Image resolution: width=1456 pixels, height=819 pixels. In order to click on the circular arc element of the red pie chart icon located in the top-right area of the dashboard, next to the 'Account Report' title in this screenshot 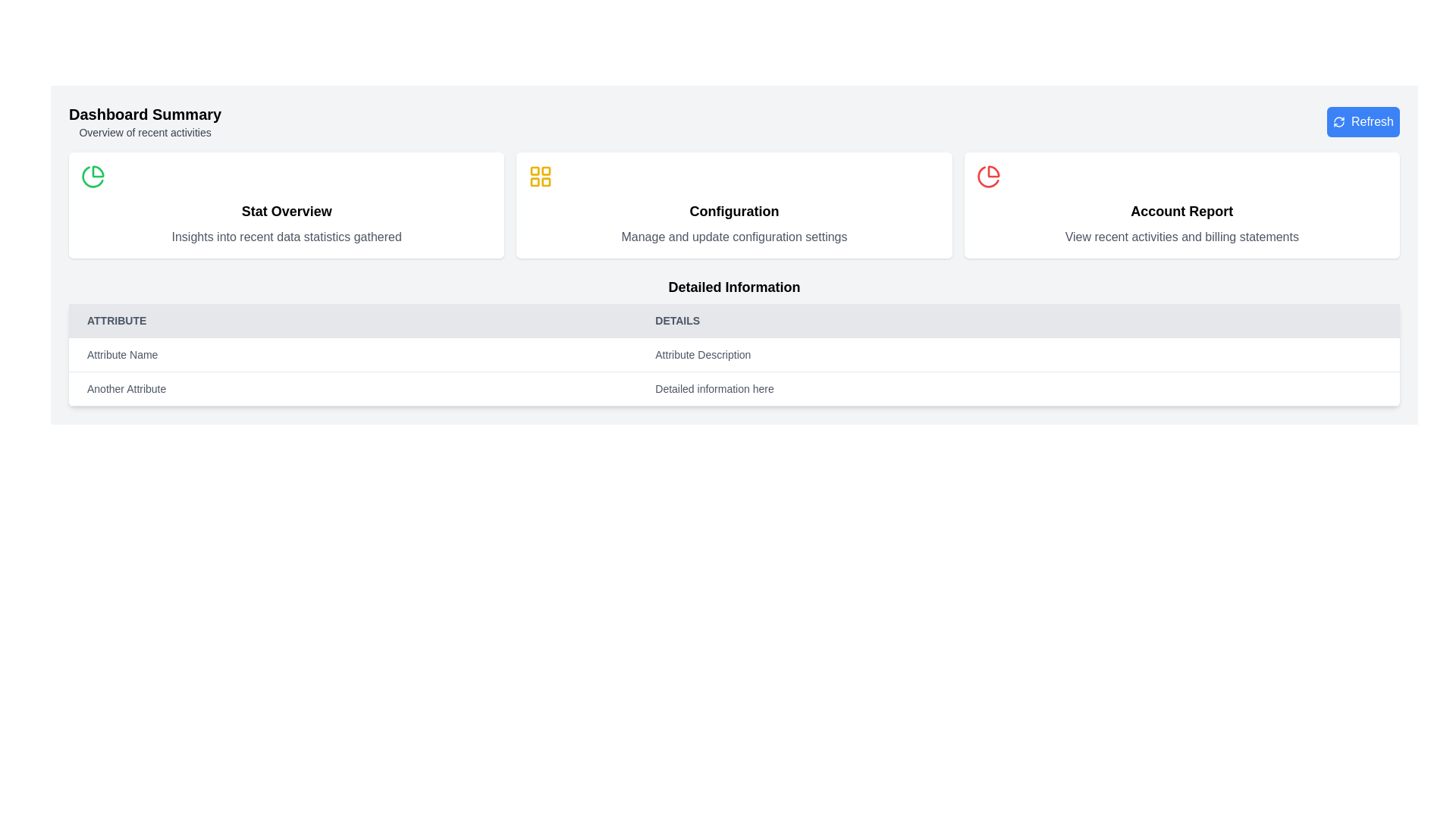, I will do `click(988, 176)`.